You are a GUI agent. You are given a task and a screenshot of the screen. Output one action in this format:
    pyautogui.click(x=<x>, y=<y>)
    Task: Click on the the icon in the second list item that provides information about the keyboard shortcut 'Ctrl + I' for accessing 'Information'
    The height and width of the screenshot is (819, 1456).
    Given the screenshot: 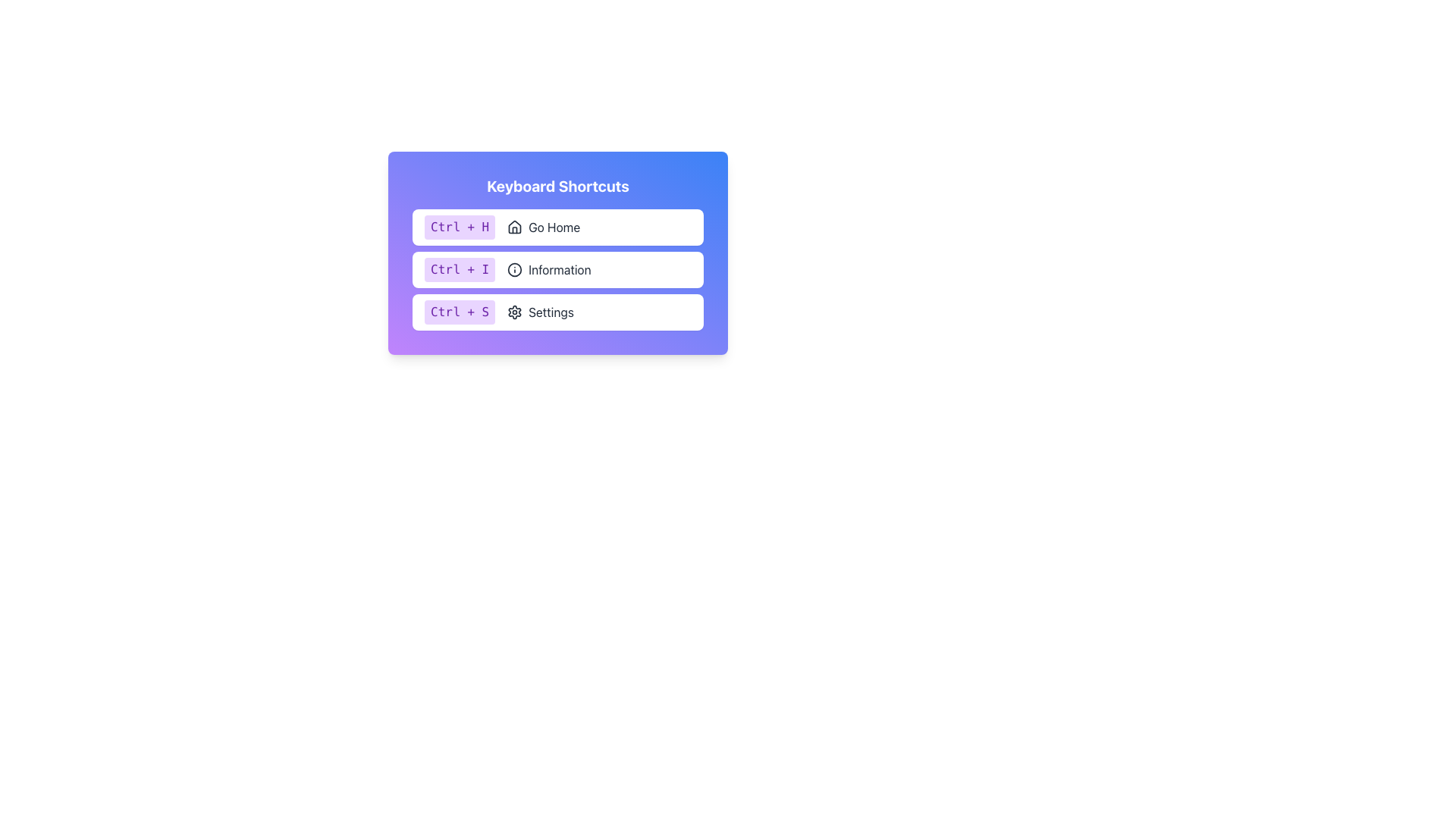 What is the action you would take?
    pyautogui.click(x=557, y=268)
    